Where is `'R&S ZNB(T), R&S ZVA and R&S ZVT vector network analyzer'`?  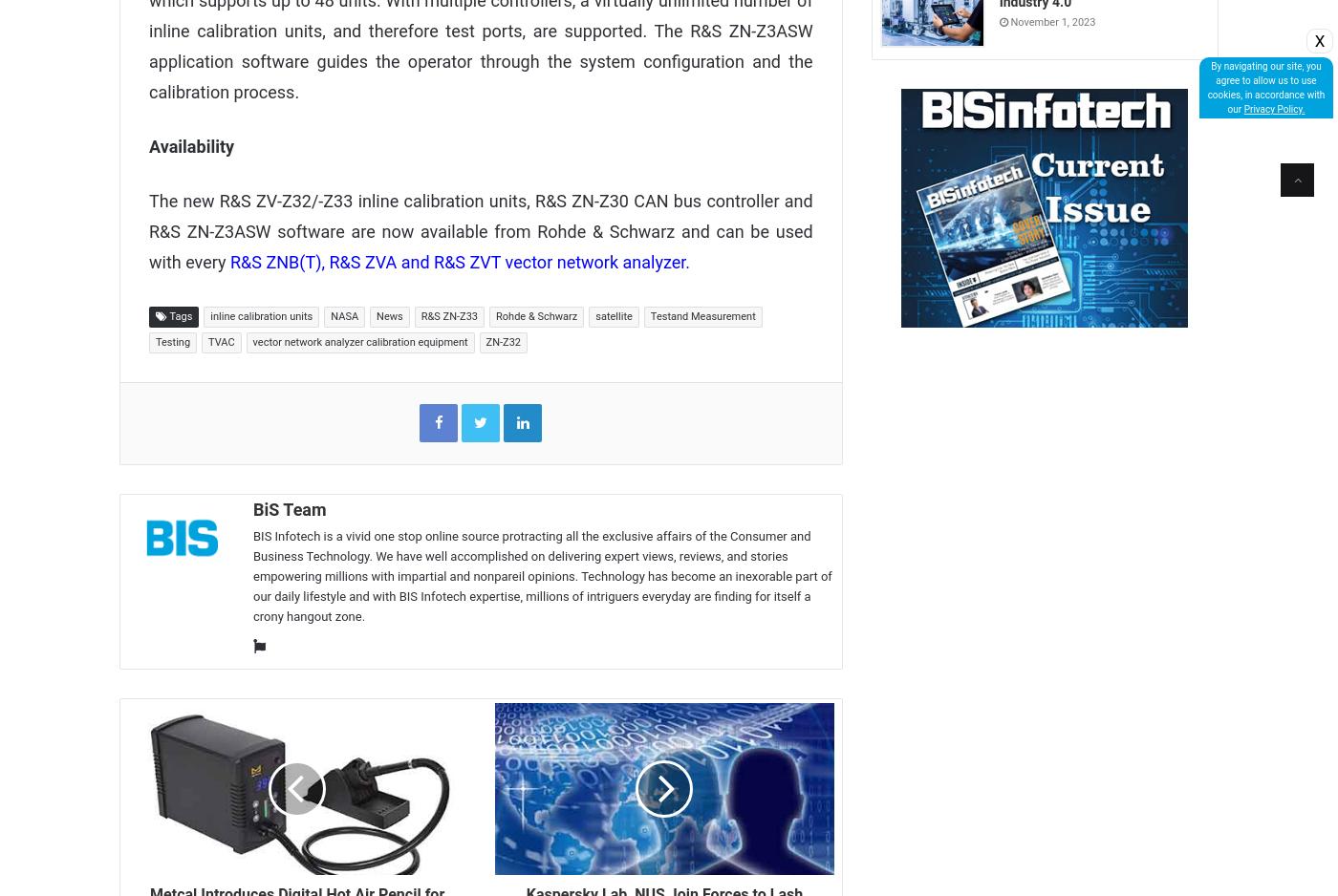 'R&S ZNB(T), R&S ZVA and R&S ZVT vector network analyzer' is located at coordinates (457, 261).